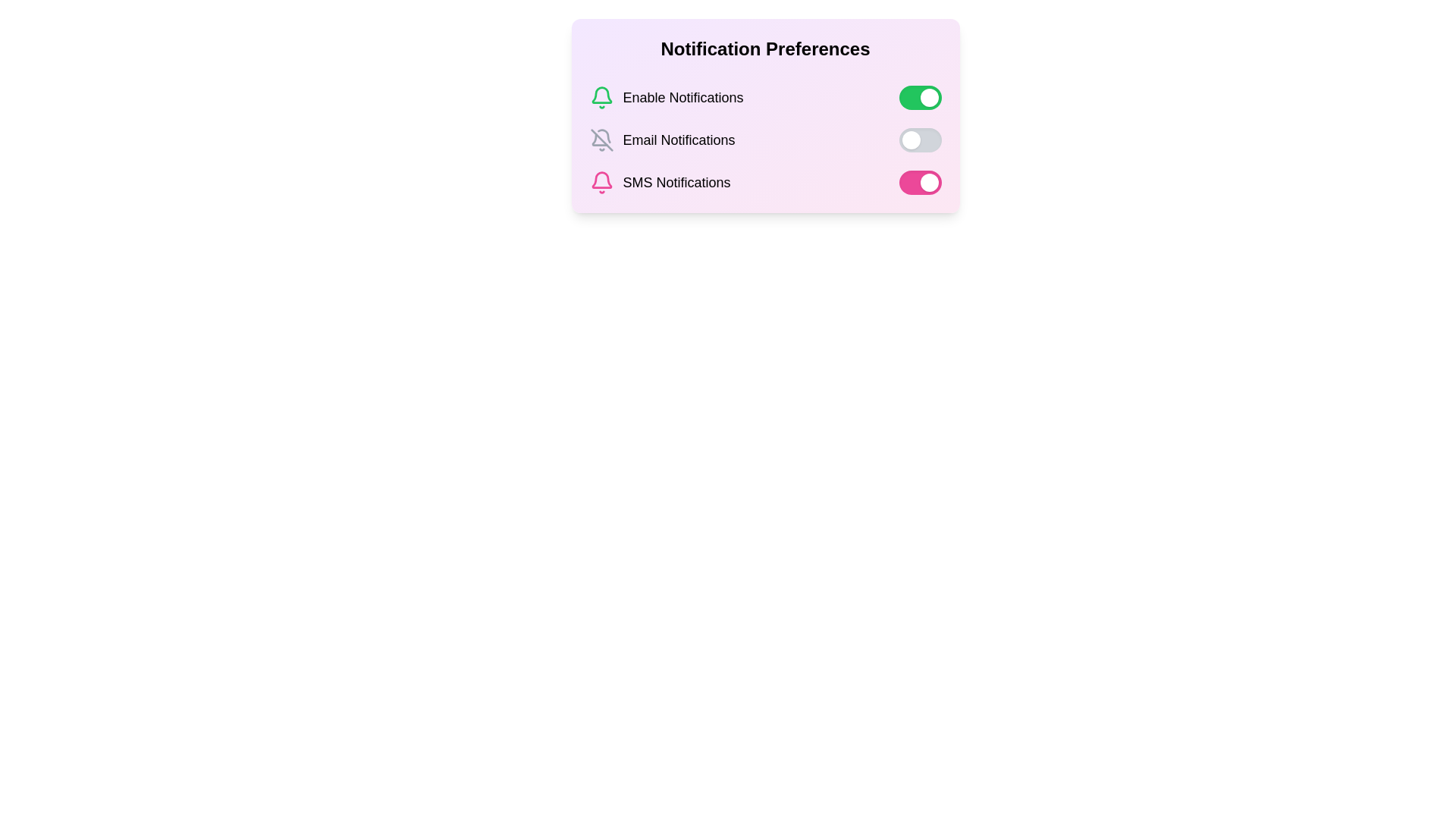 The width and height of the screenshot is (1456, 819). Describe the element at coordinates (682, 97) in the screenshot. I see `the 'Enable Notifications' label that displays the text in bold, medium-large sans-serif font, located between a green notification bell icon and a green toggle switch in the 'Notification Preferences' dialog box` at that location.